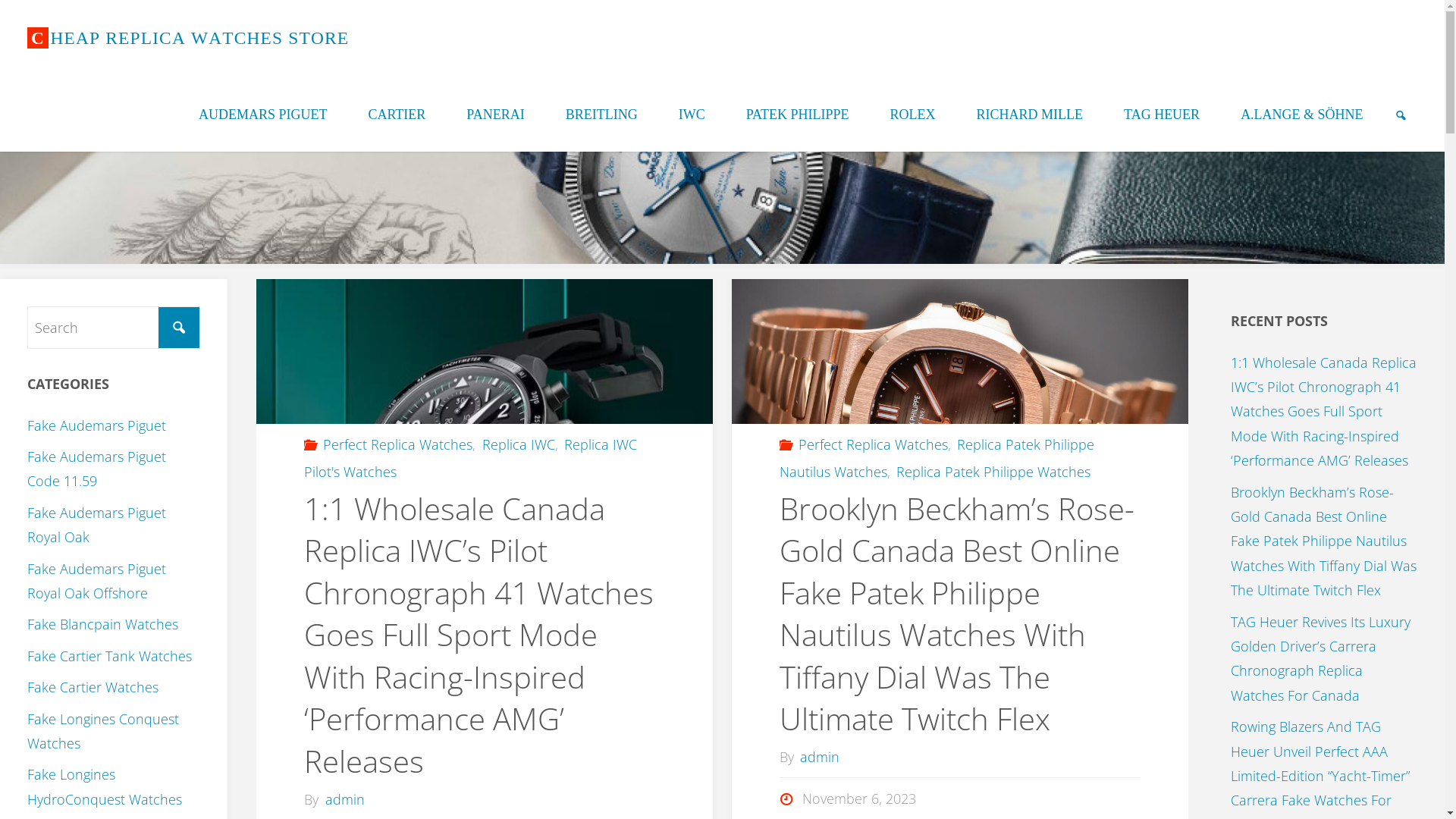  What do you see at coordinates (937, 457) in the screenshot?
I see `'Replica Patek Philippe Nautilus Watches'` at bounding box center [937, 457].